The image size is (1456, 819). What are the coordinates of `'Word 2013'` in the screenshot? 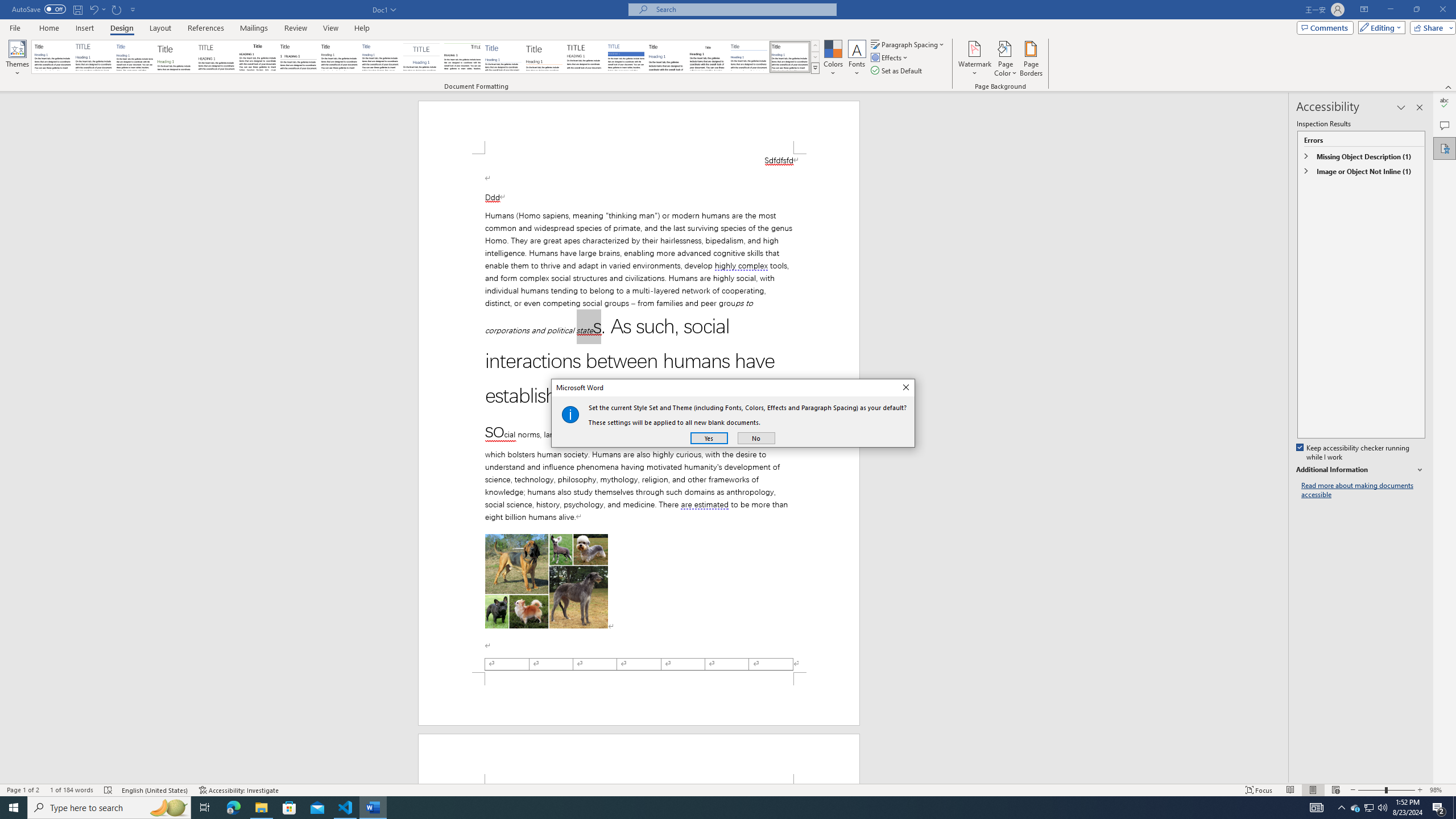 It's located at (791, 56).